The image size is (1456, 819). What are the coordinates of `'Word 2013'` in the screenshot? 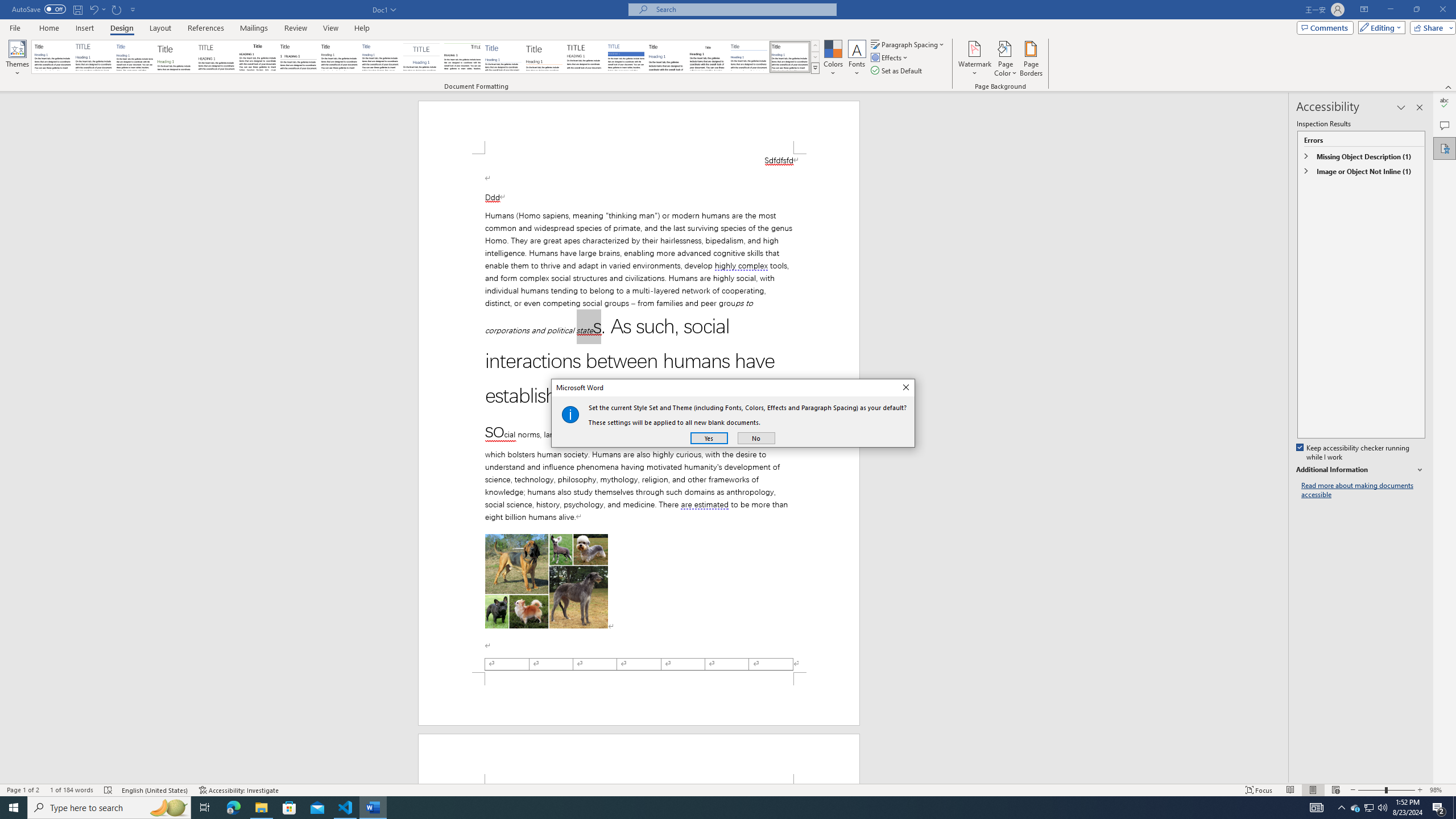 It's located at (791, 56).